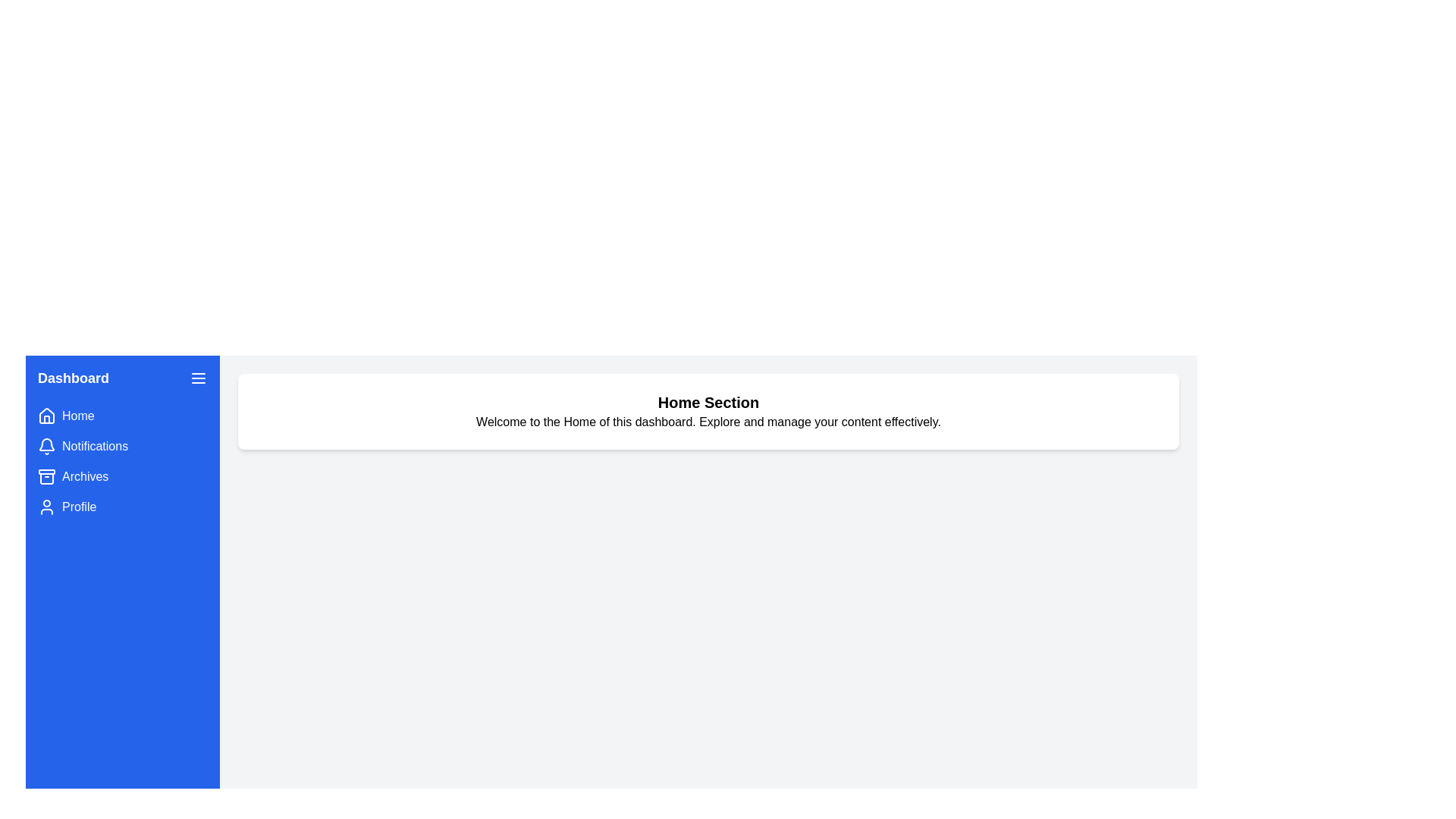 The width and height of the screenshot is (1456, 819). Describe the element at coordinates (47, 416) in the screenshot. I see `the house icon located in the left-hand vertical navigation bar` at that location.